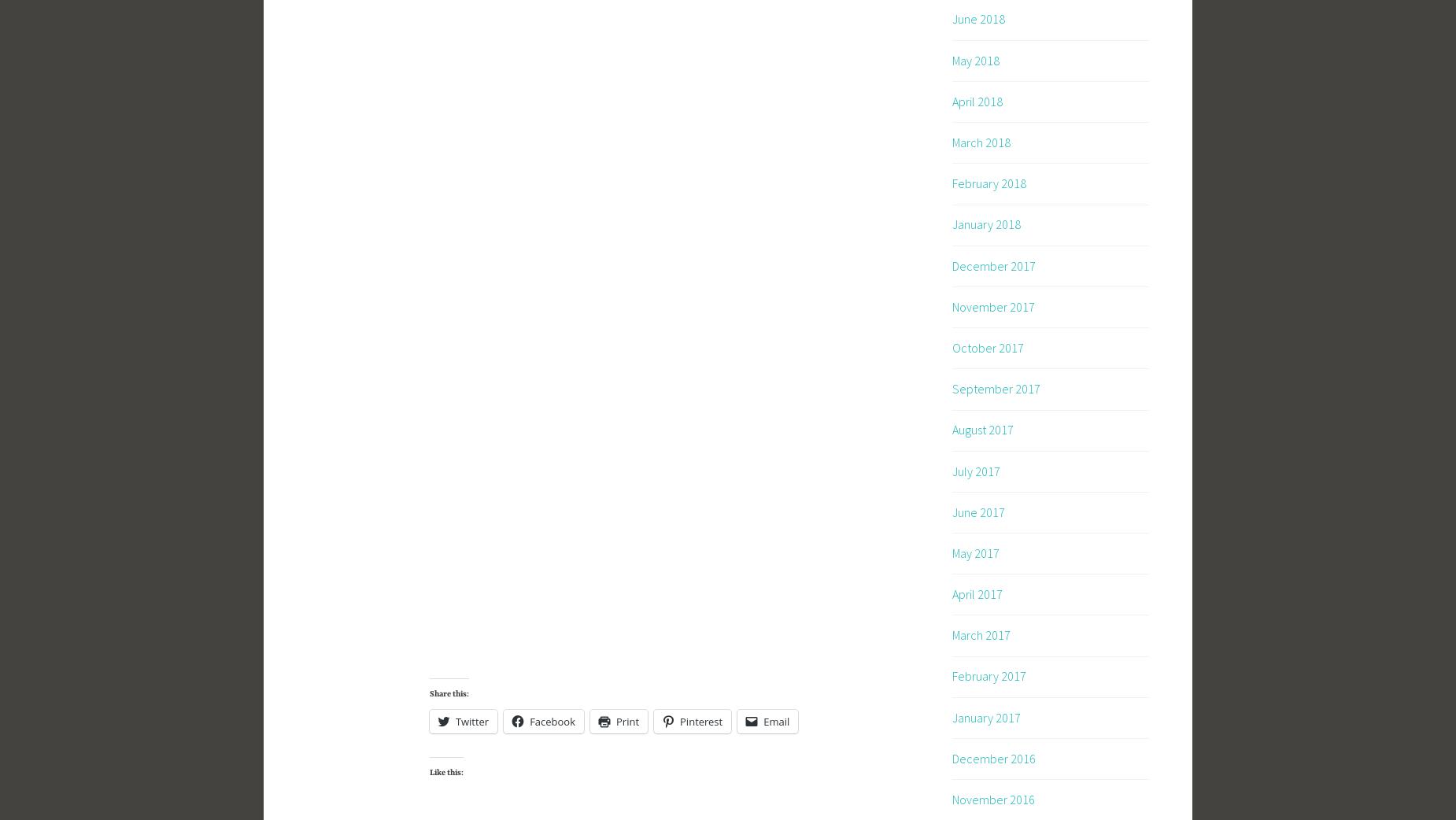 This screenshot has height=820, width=1456. I want to click on 'Twitter', so click(471, 720).